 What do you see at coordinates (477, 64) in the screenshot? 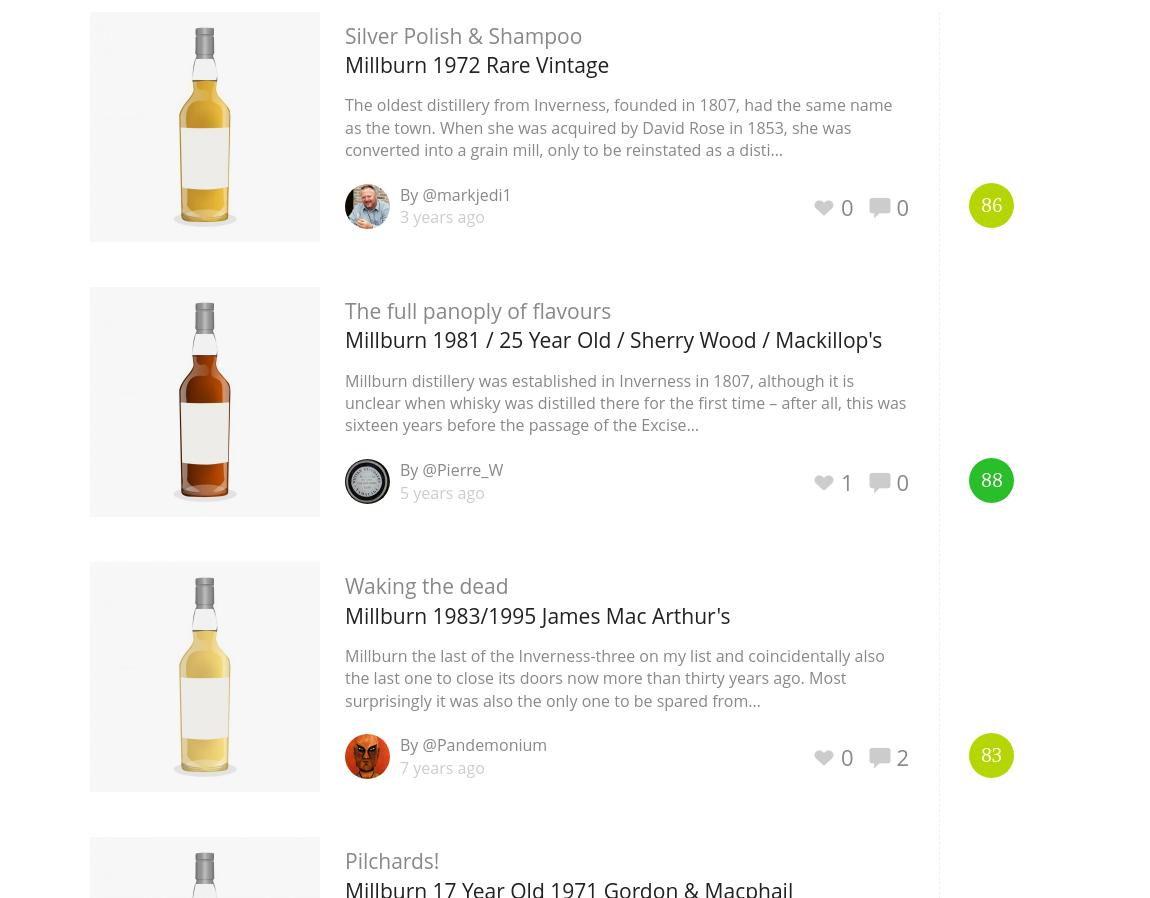
I see `'Millburn 1972 Rare Vintage'` at bounding box center [477, 64].